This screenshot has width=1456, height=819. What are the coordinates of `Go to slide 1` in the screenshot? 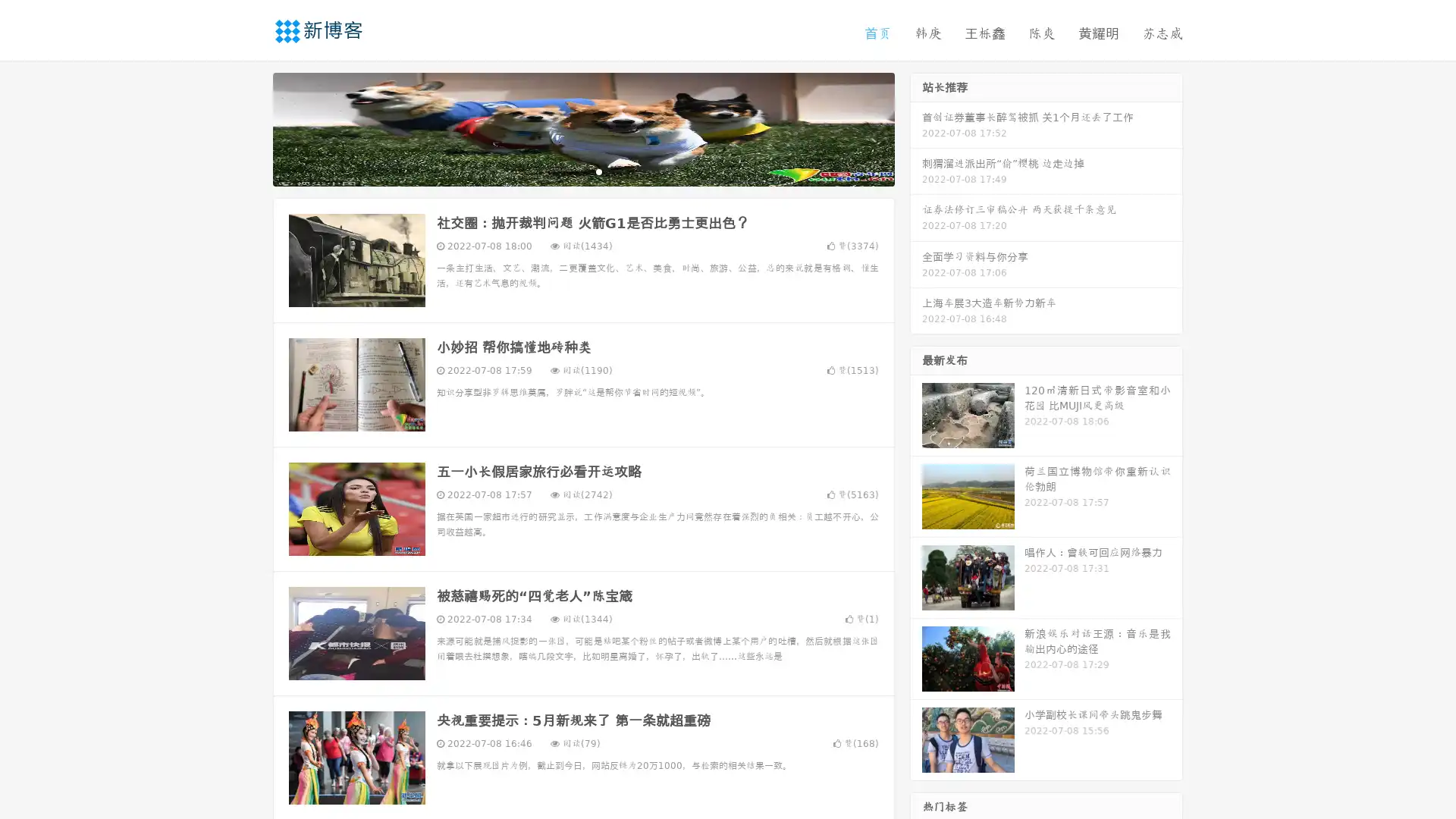 It's located at (567, 171).